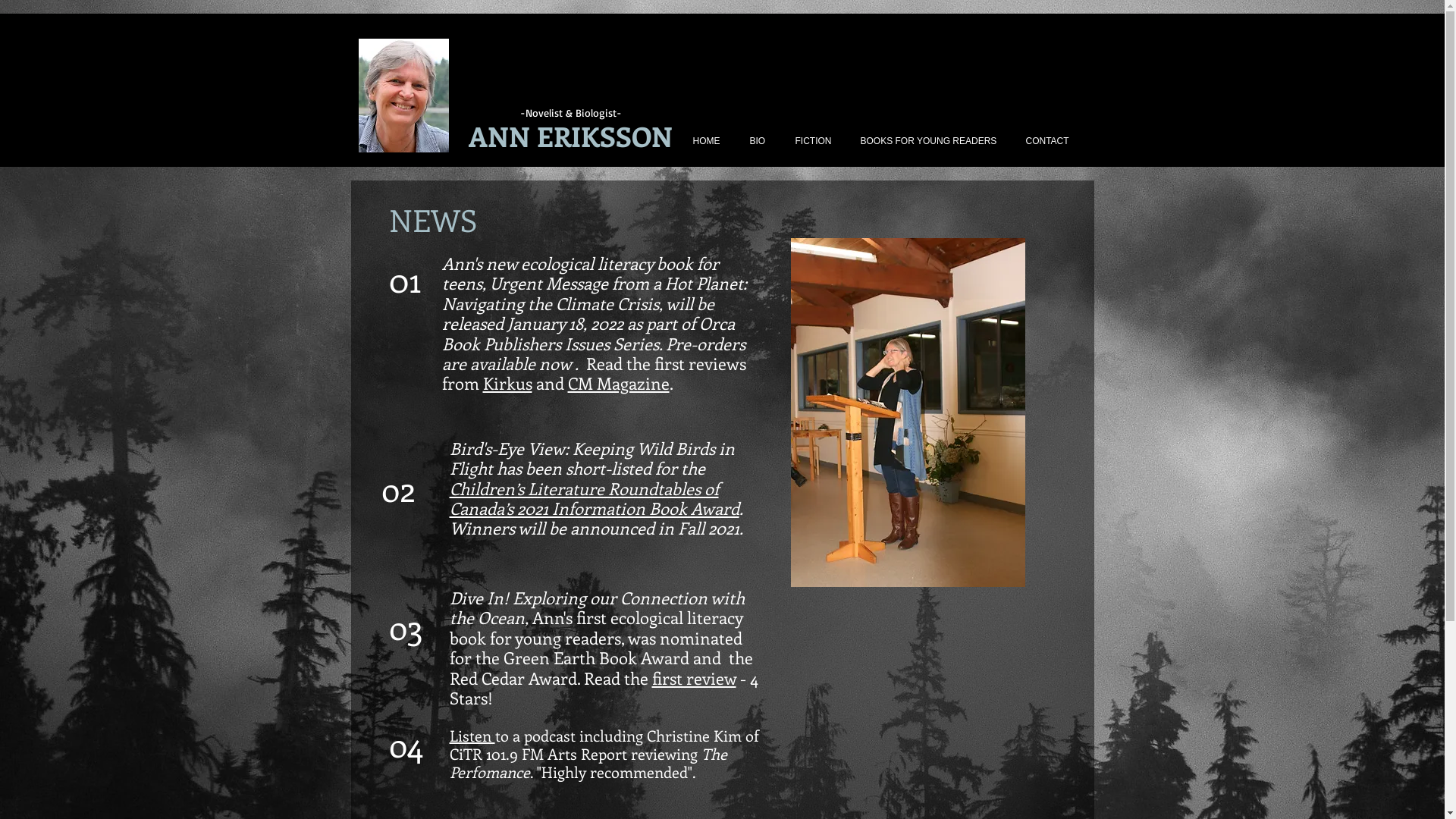  Describe the element at coordinates (570, 134) in the screenshot. I see `'ANN ERIKSSON'` at that location.